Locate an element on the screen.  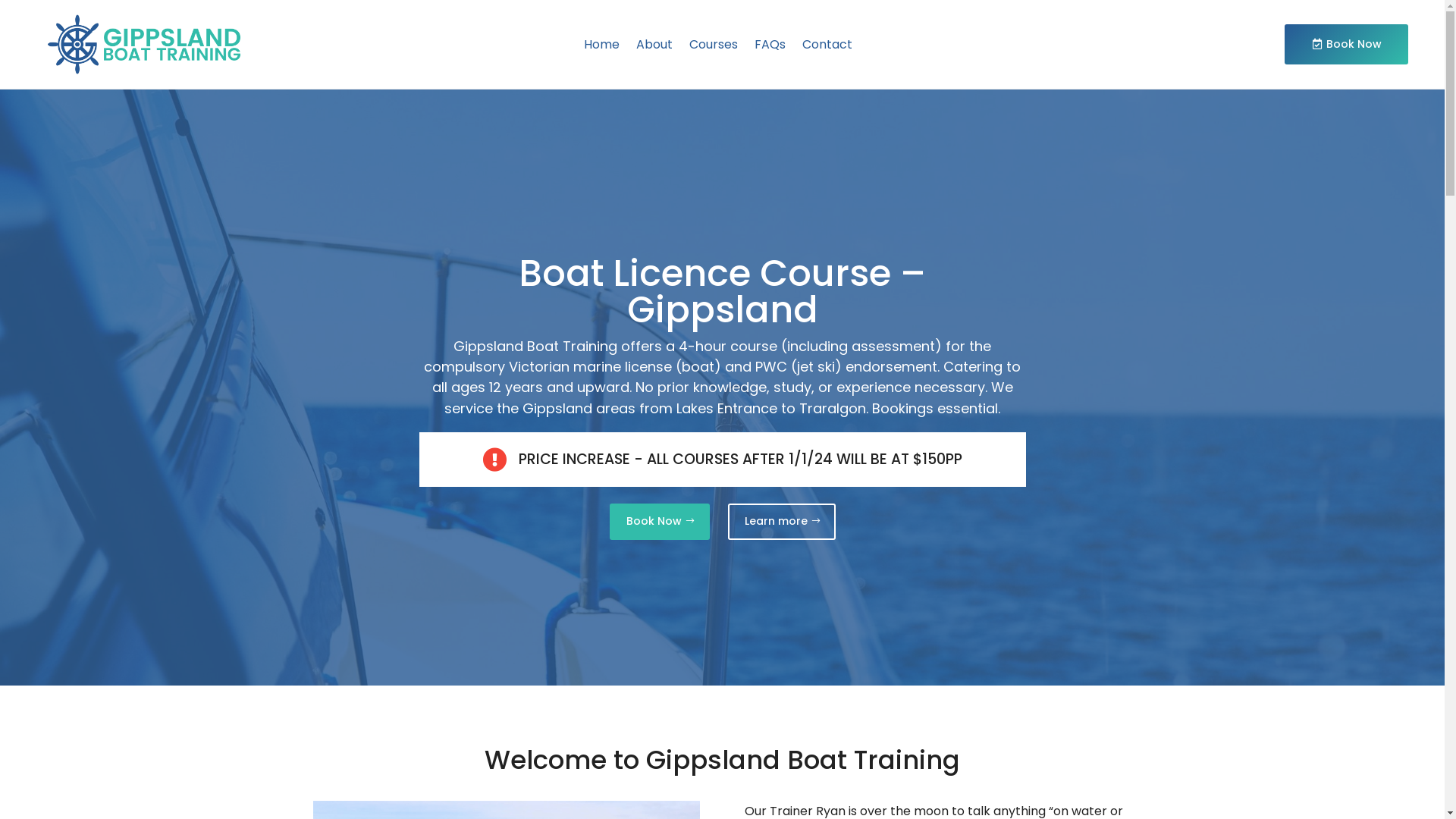
'Contact' is located at coordinates (826, 43).